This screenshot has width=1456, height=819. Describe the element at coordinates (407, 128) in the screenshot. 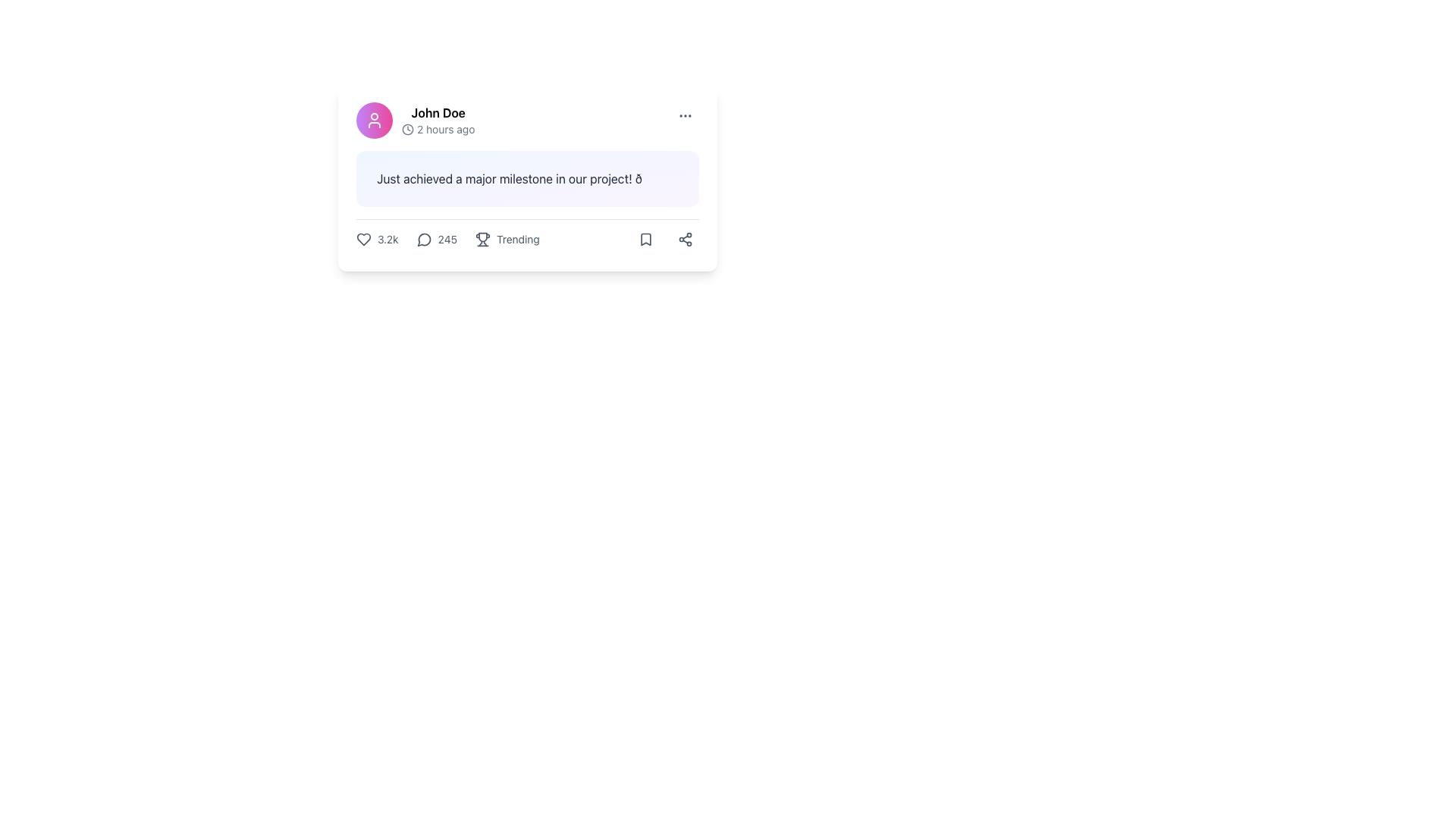

I see `the clock icon that indicates the recency of the associated activity or post, located next to the text '2 hours ago'` at that location.